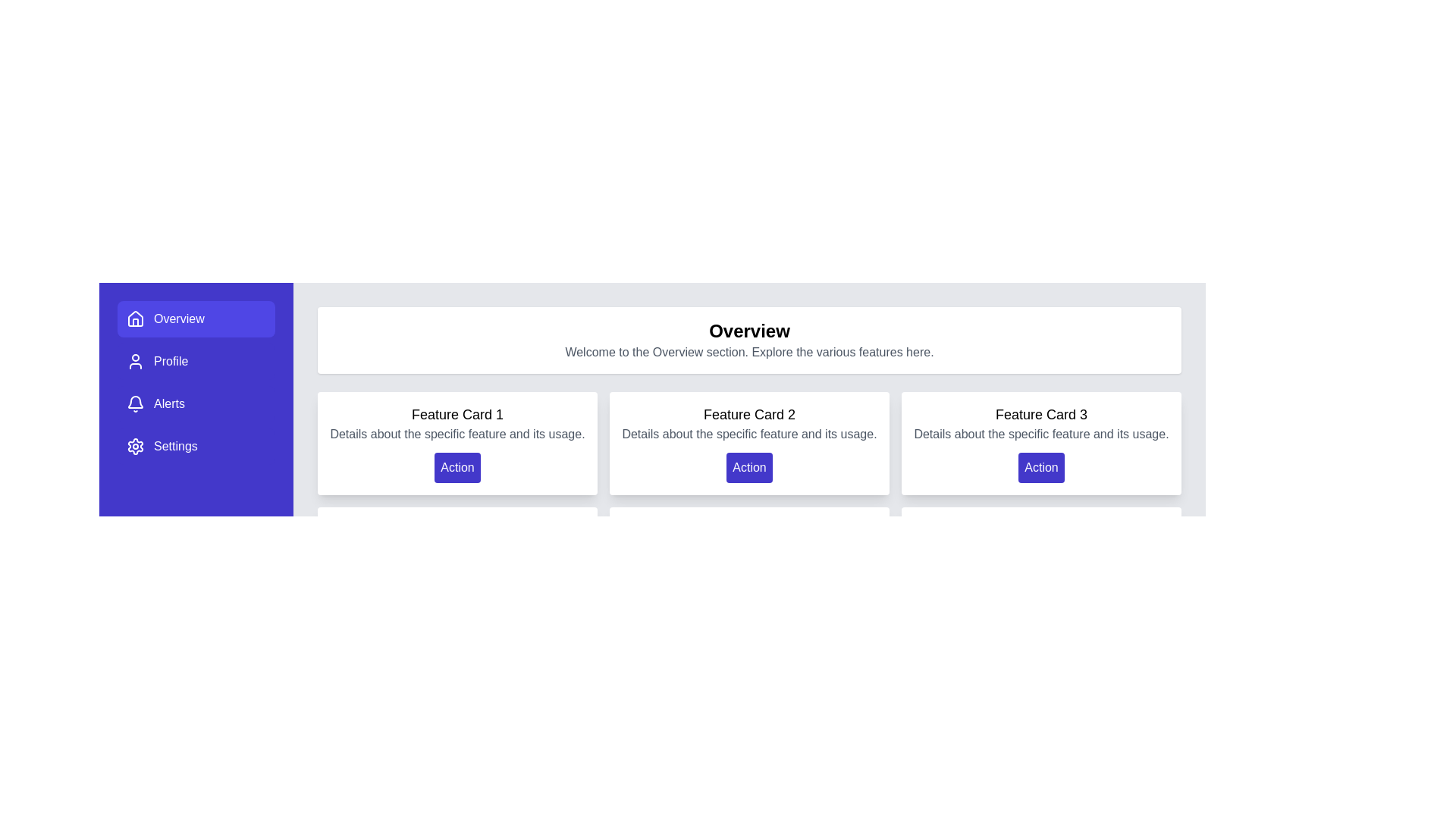 This screenshot has height=819, width=1456. Describe the element at coordinates (1040, 444) in the screenshot. I see `the Informational Card Component located in the top right of the first row, which is the third card in a grid layout of six` at that location.